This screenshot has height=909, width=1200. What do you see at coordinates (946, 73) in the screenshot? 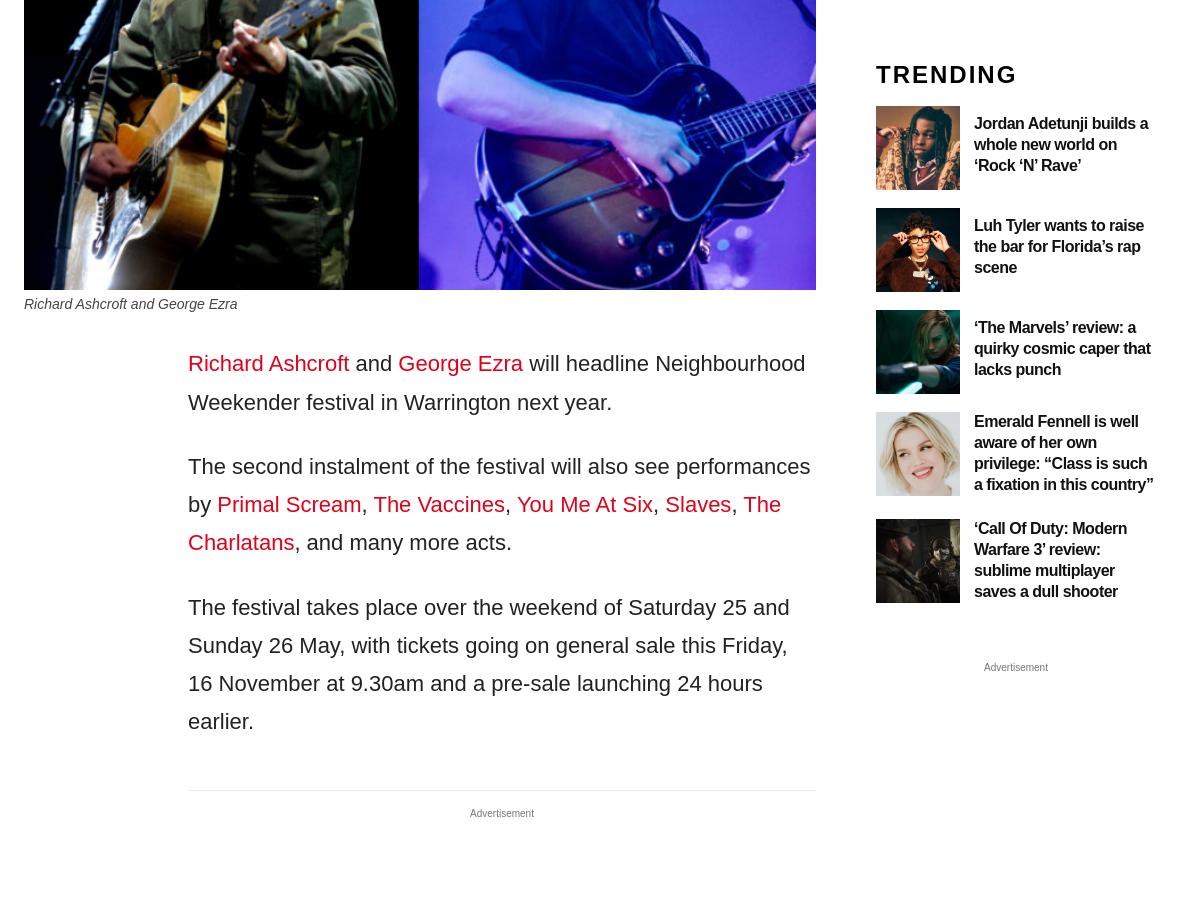
I see `'TRENDING'` at bounding box center [946, 73].